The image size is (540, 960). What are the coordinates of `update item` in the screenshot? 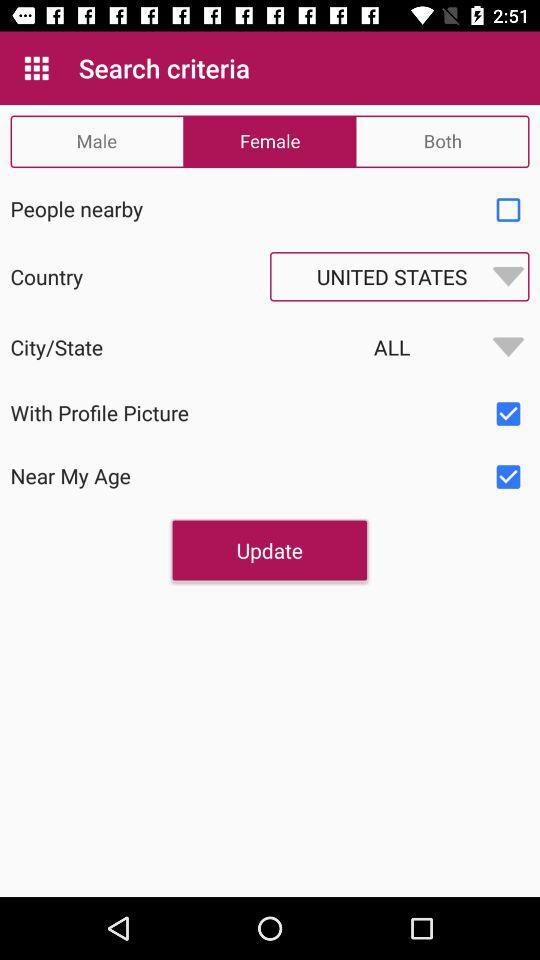 It's located at (269, 550).